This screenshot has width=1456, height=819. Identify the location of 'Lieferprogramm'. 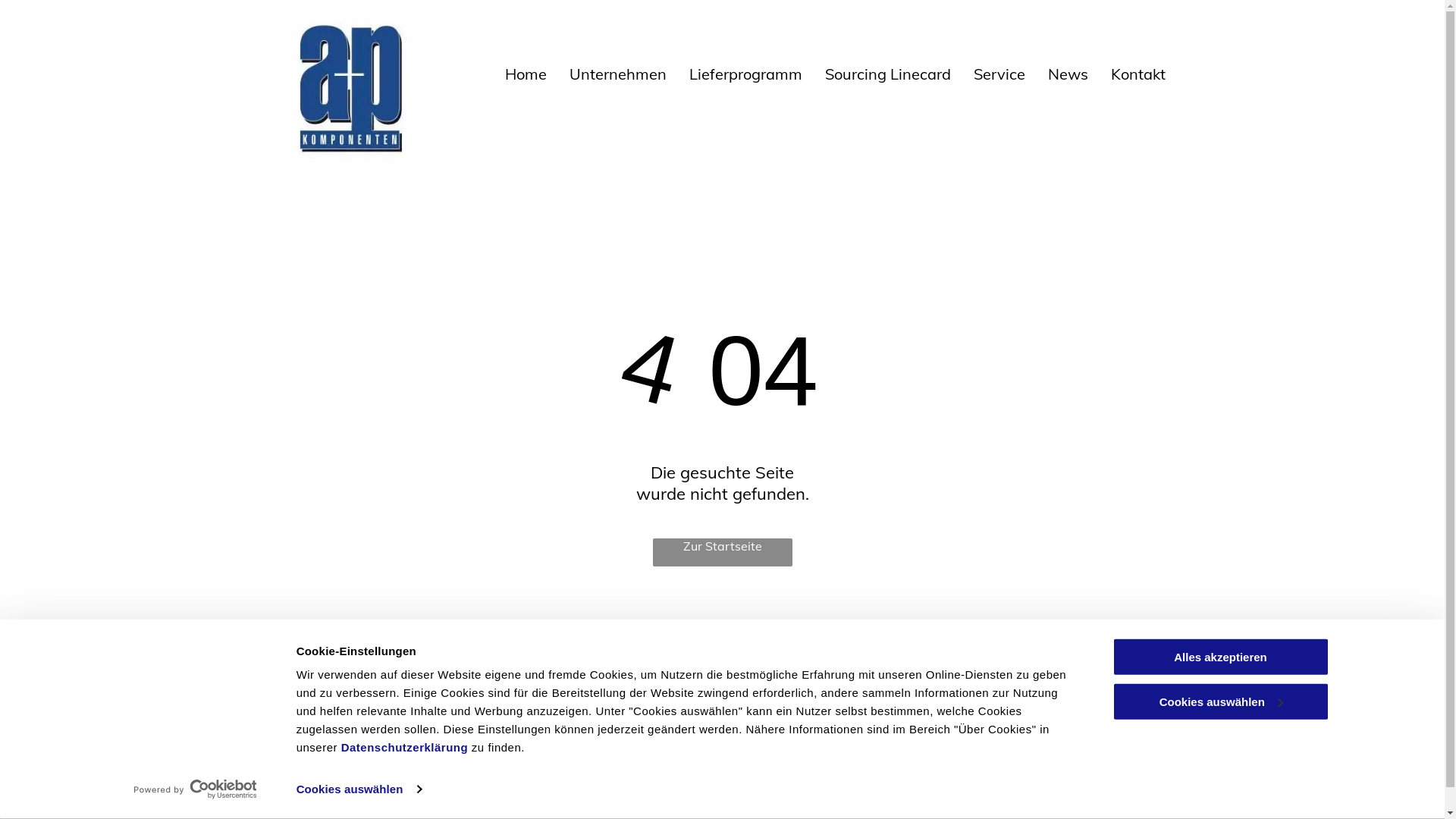
(734, 74).